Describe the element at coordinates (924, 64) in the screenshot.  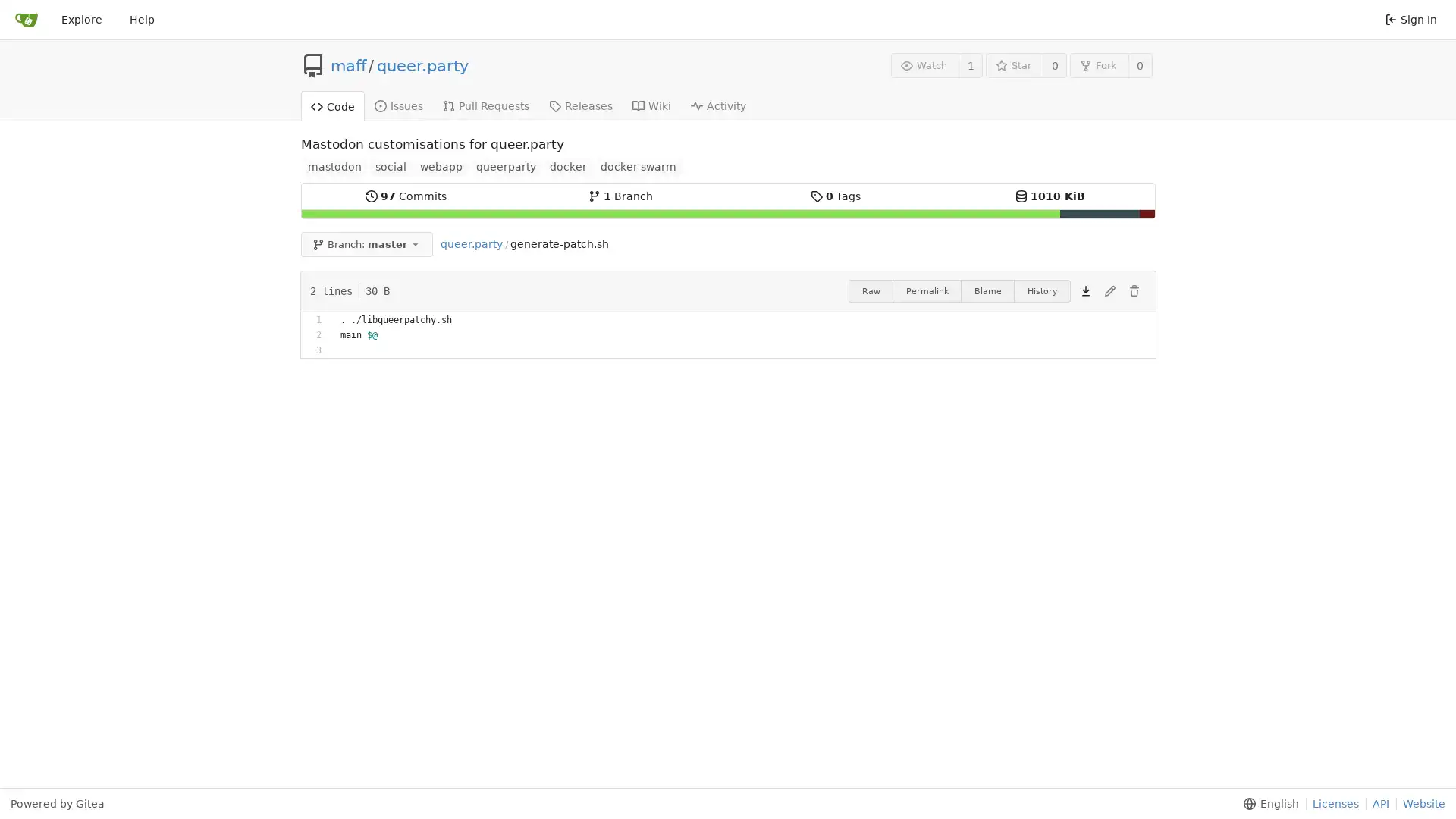
I see `Watch` at that location.